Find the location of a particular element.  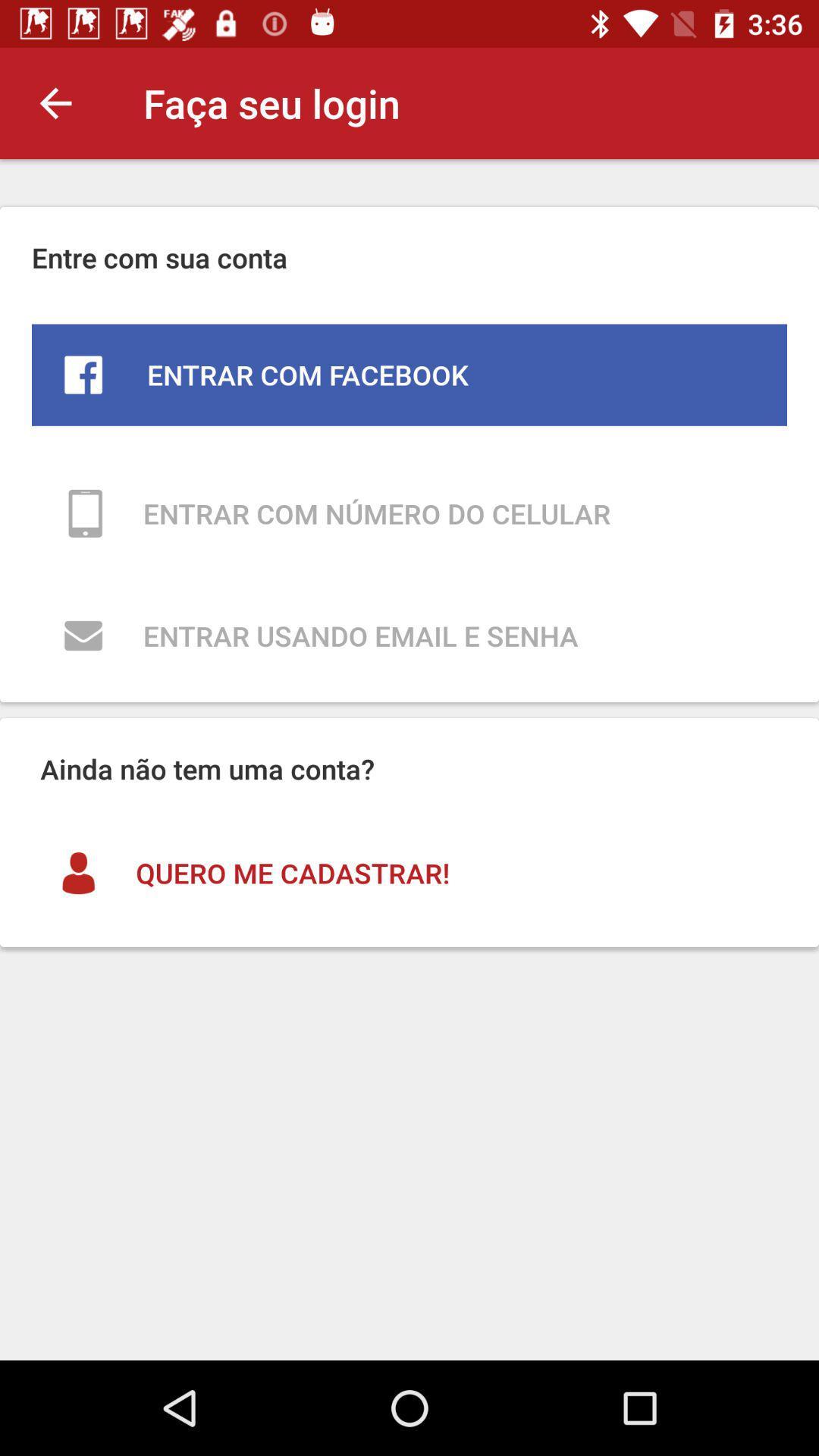

the entrar usando email icon is located at coordinates (409, 635).